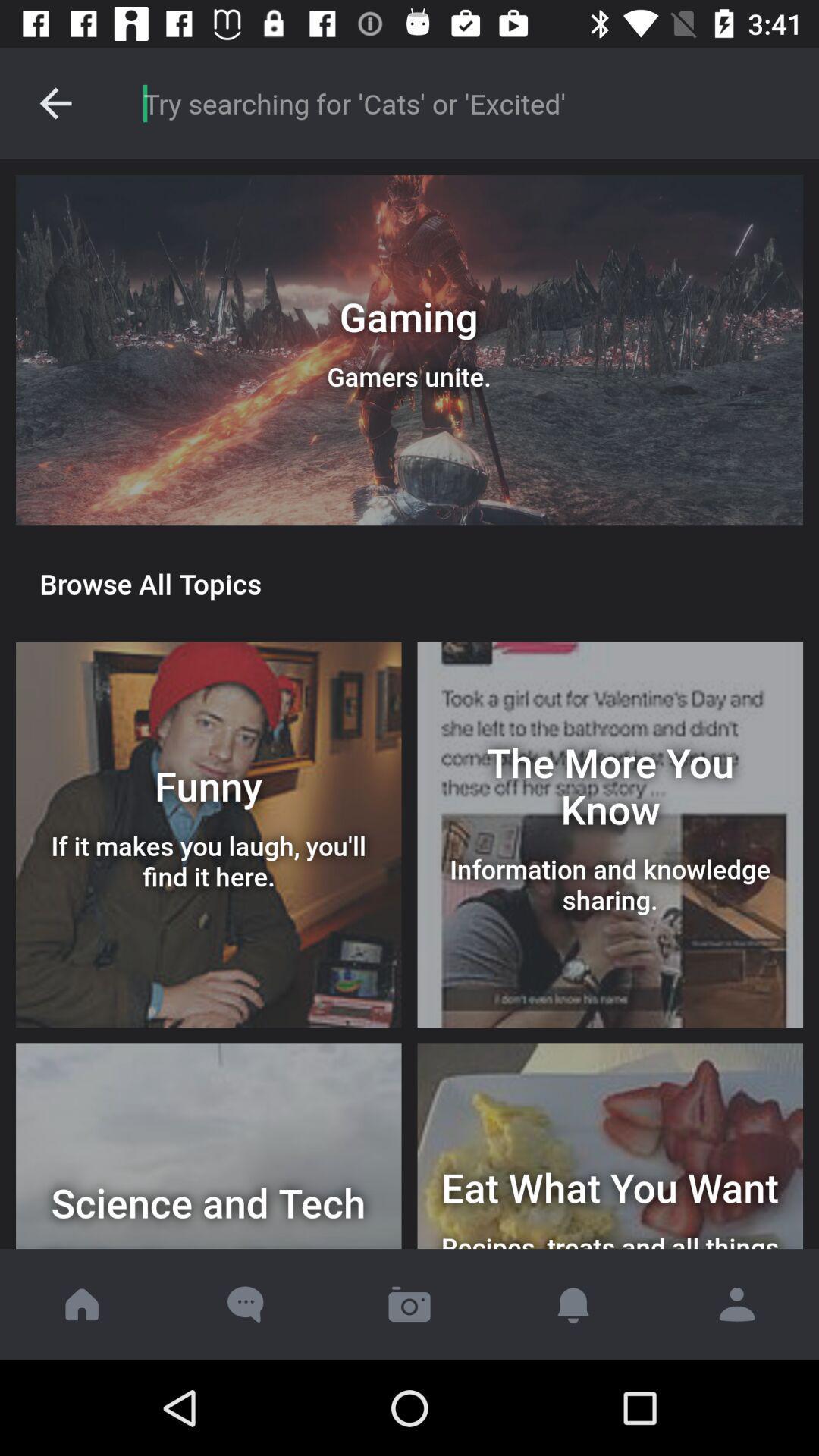 This screenshot has width=819, height=1456. Describe the element at coordinates (55, 102) in the screenshot. I see `back to previous screen` at that location.